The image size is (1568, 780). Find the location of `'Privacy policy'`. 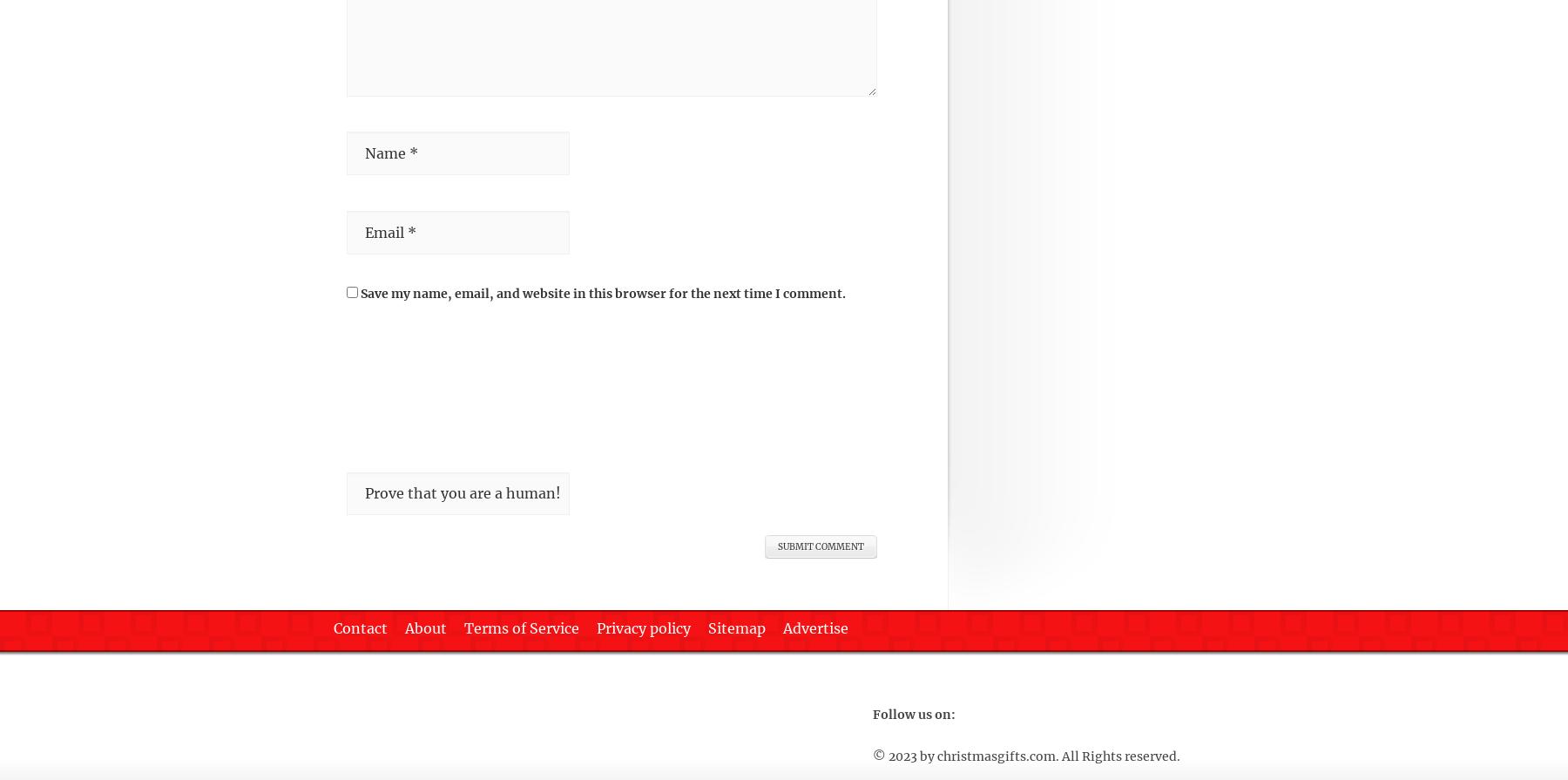

'Privacy policy' is located at coordinates (596, 627).